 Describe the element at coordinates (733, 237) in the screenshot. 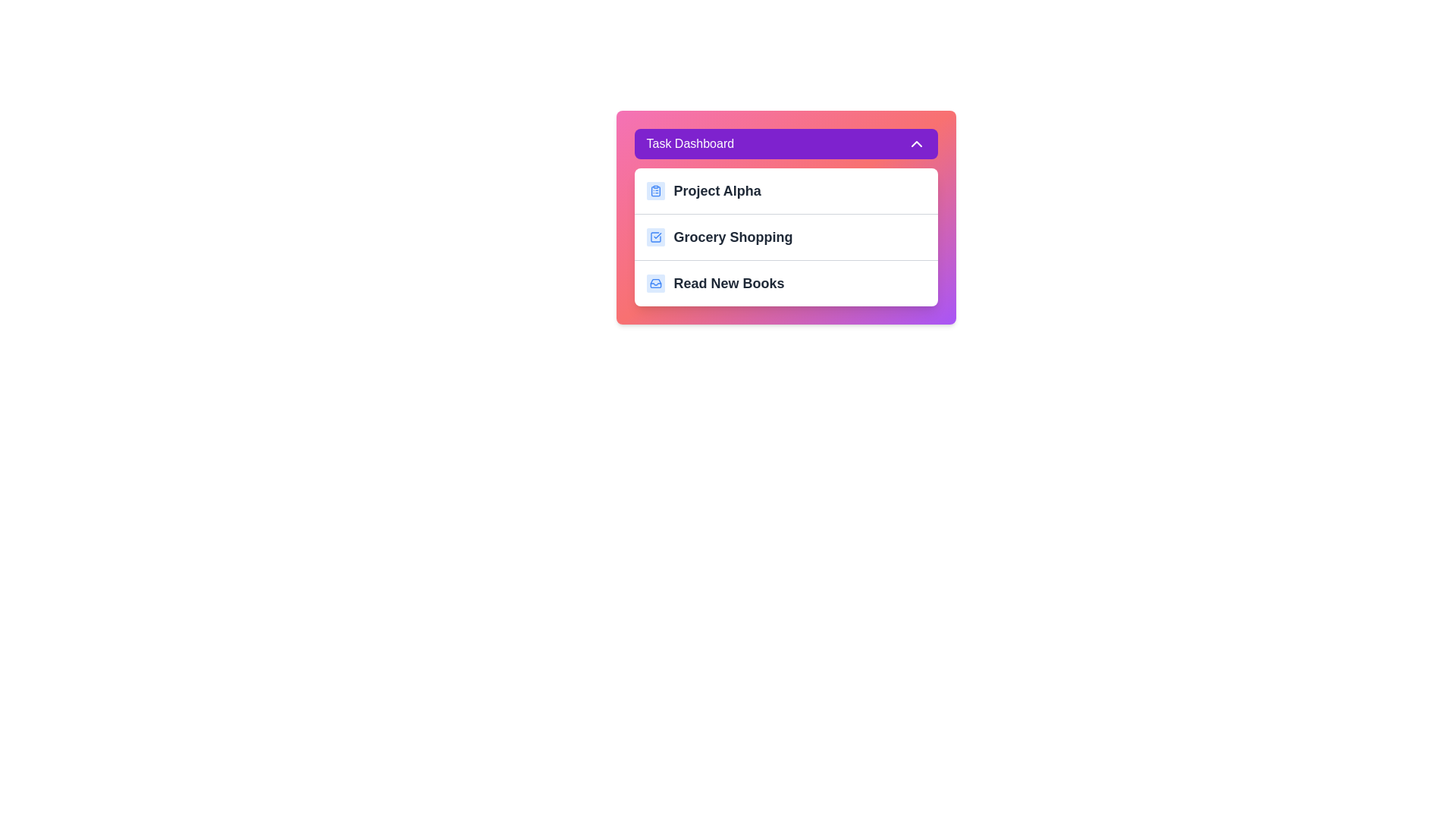

I see `the static text element displaying 'Grocery Shopping', which is bold and dark gray, located below 'Project Alpha' and above 'Read New Books' in the task dashboard panel` at that location.